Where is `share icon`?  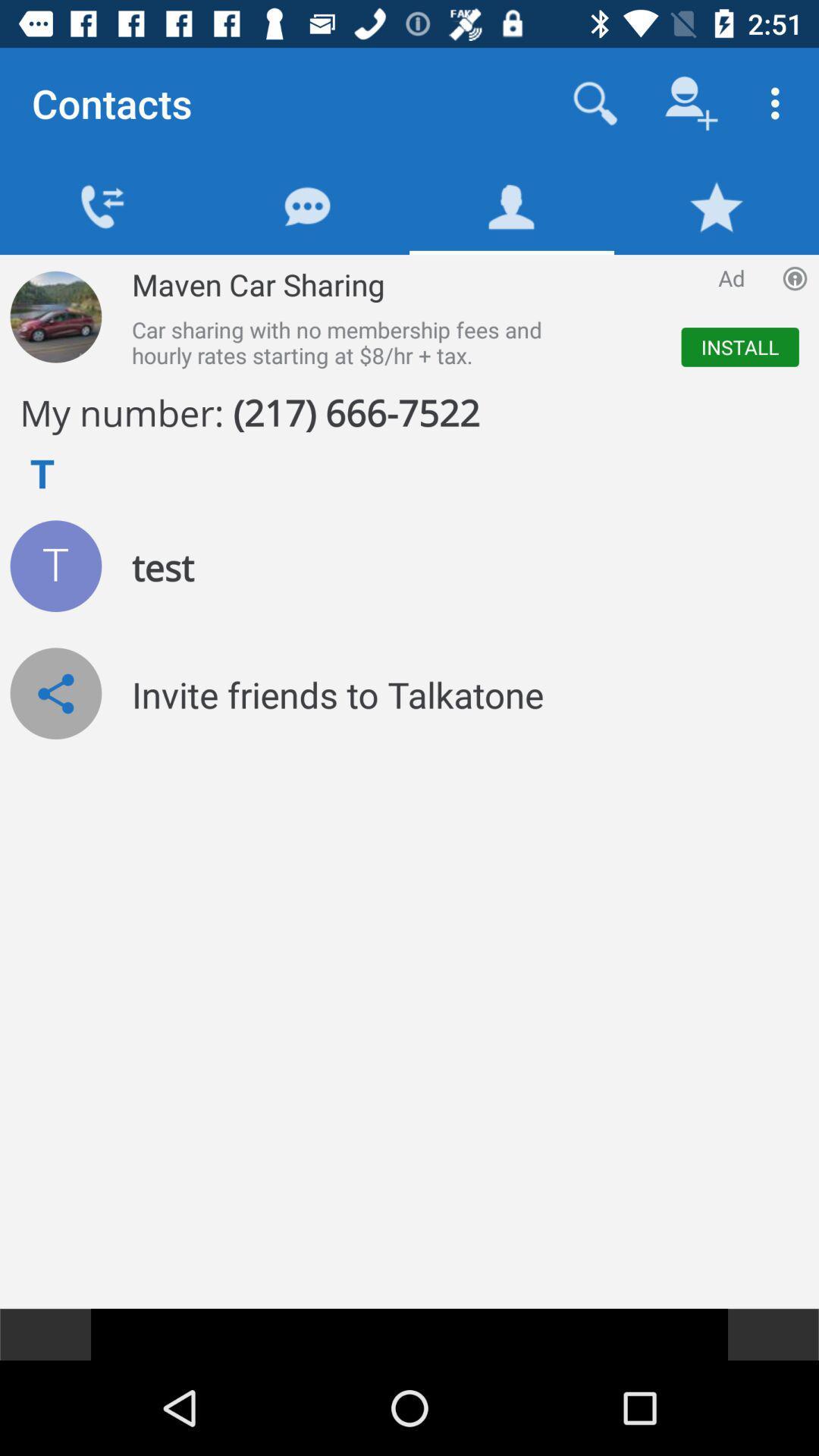 share icon is located at coordinates (55, 692).